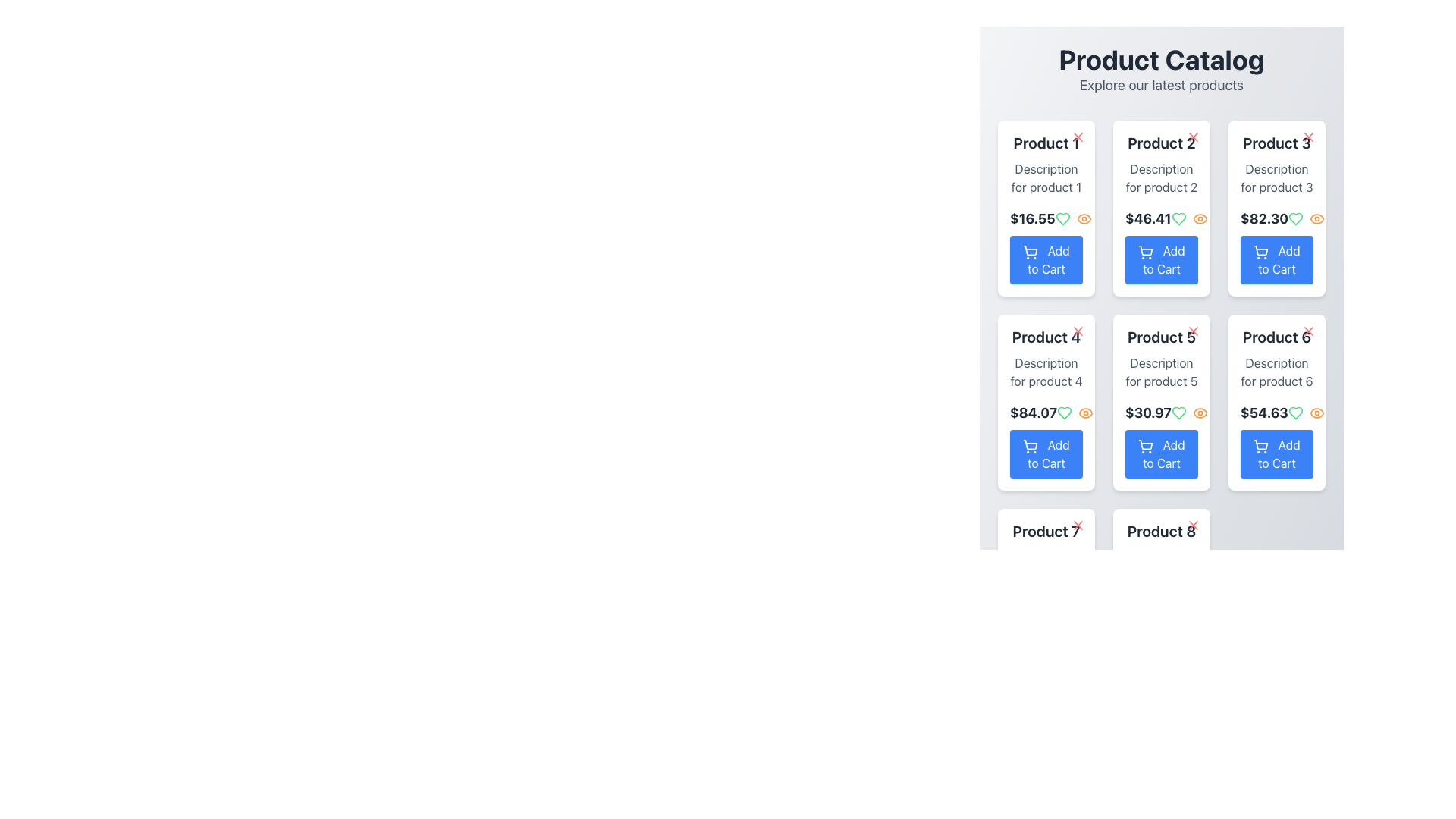  Describe the element at coordinates (1146, 445) in the screenshot. I see `the 'Add to Cart' button represented by the decorative icon in the fifth column and second row of the product grid` at that location.